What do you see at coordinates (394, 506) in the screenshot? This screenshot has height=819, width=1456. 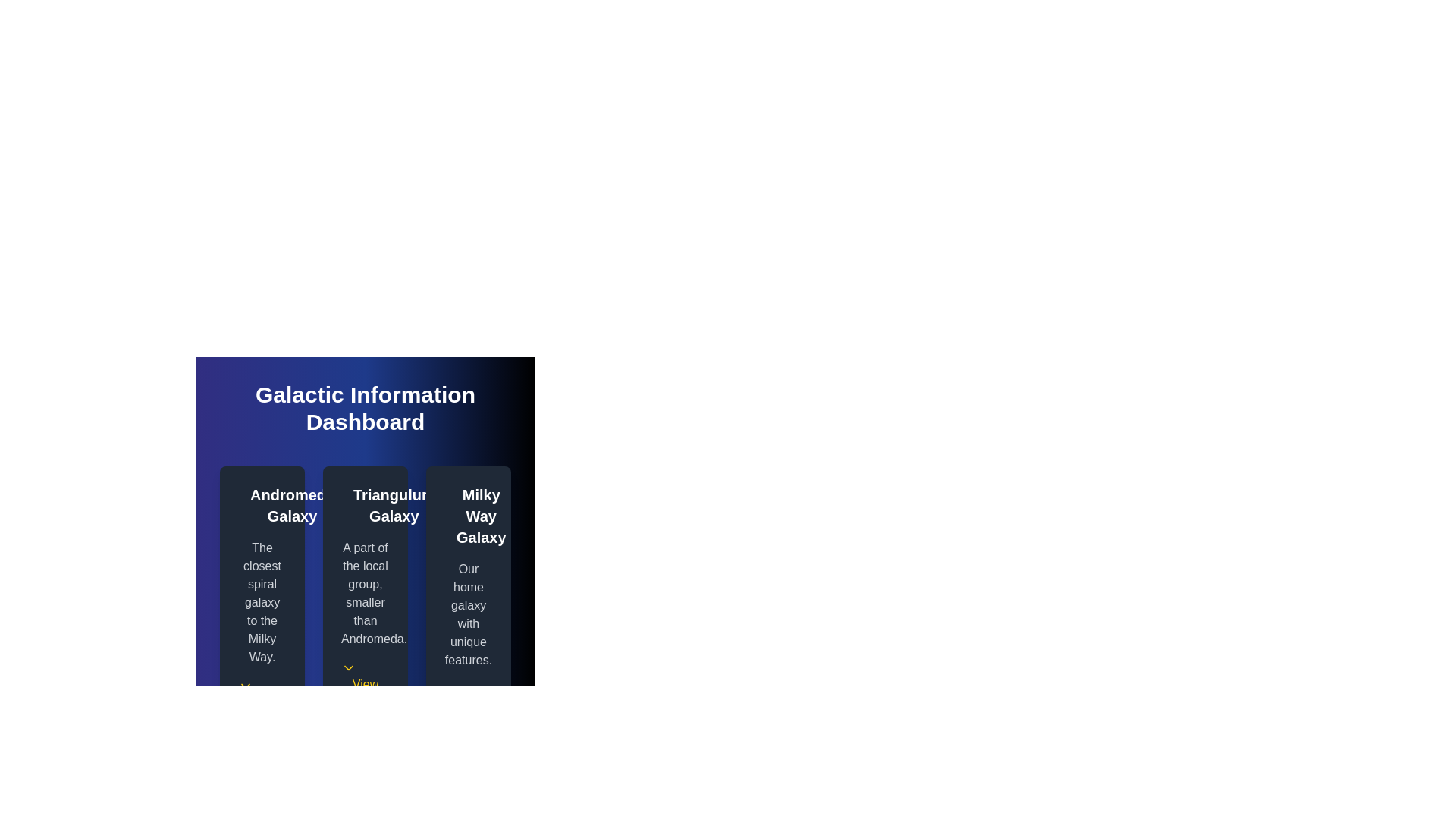 I see `bolded text label displaying 'Triangulum Galaxy' located on the dark card in the middle section of the horizontal layout` at bounding box center [394, 506].